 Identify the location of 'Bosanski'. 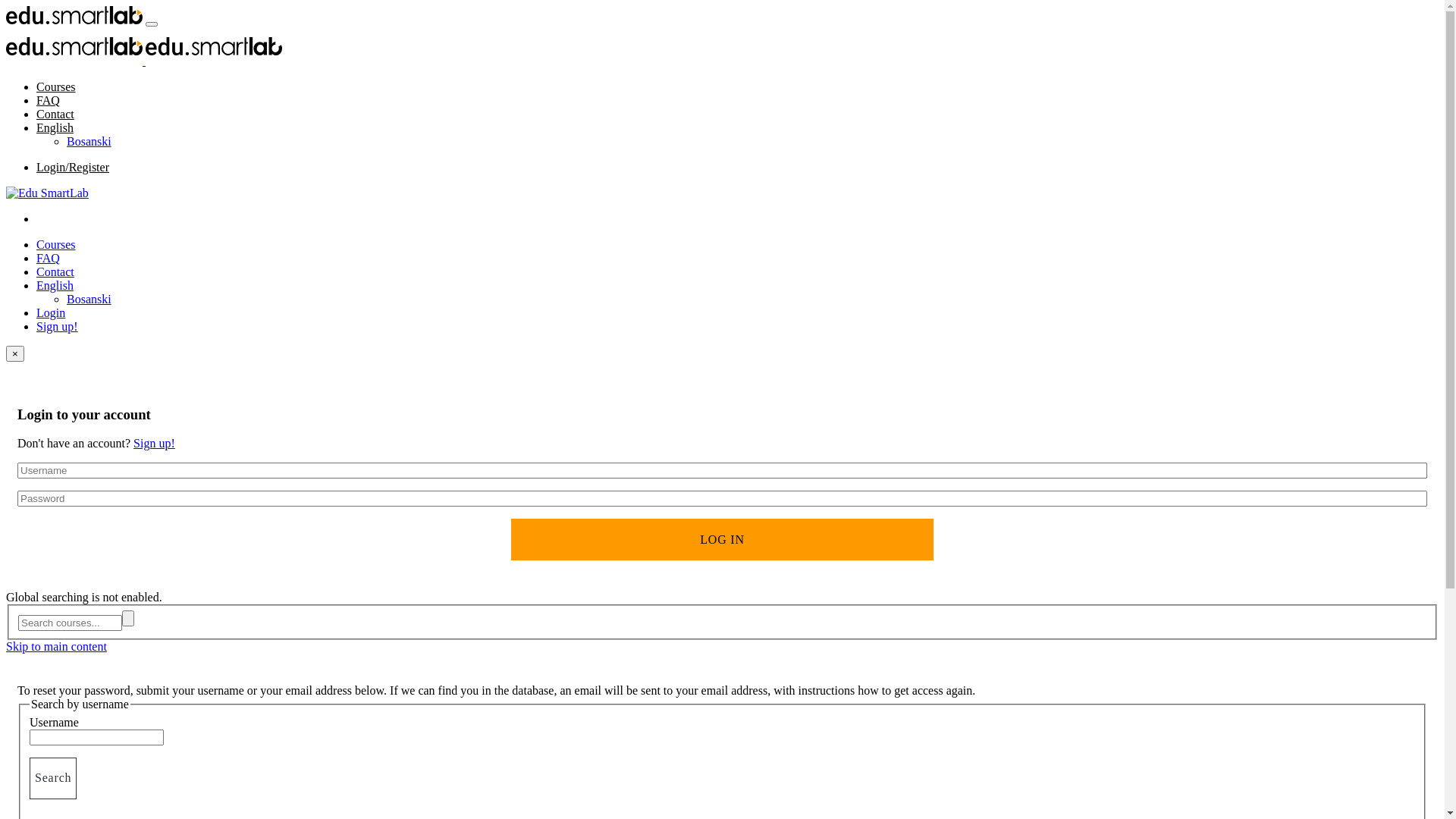
(88, 141).